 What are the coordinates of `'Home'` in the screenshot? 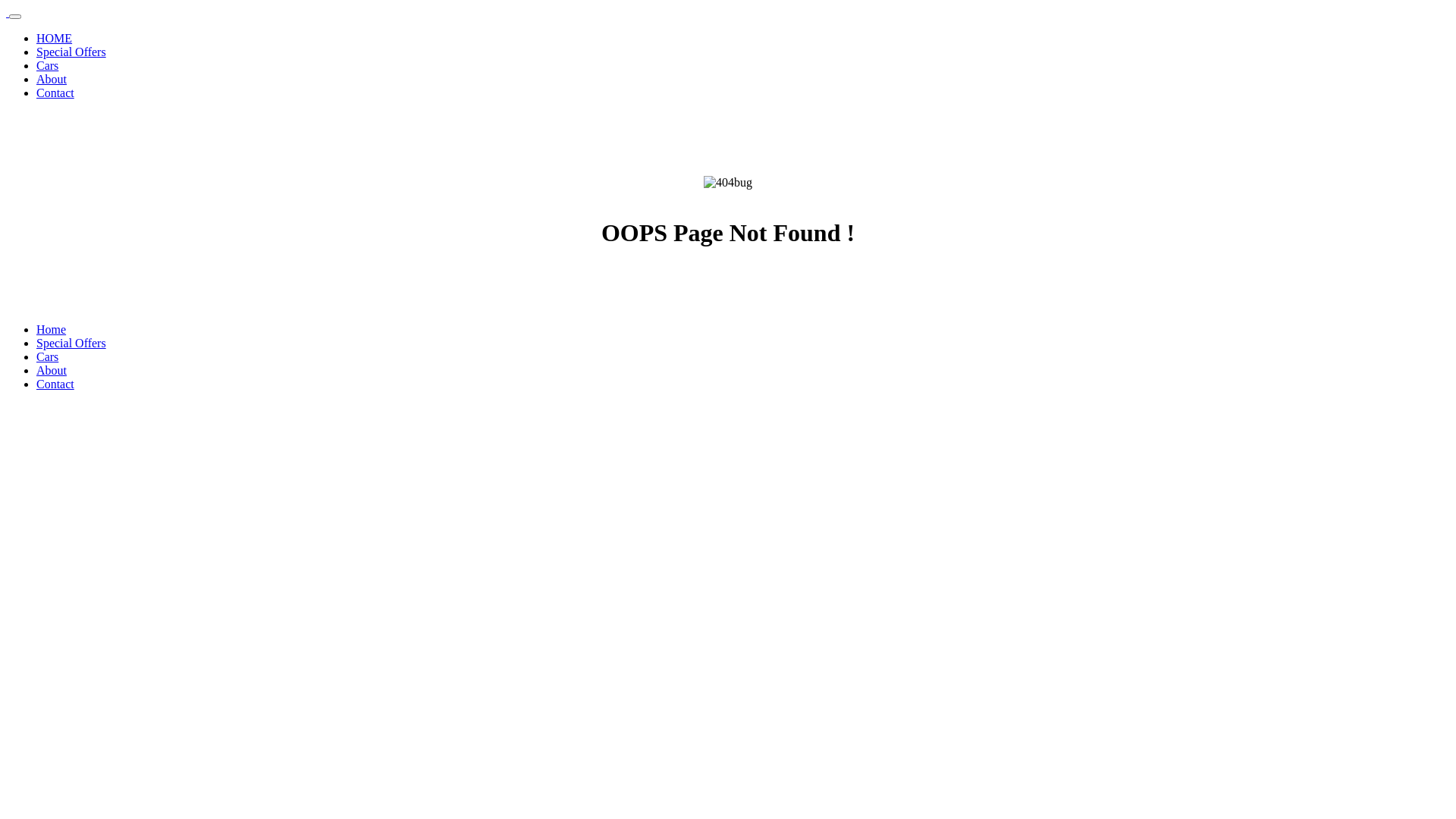 It's located at (51, 328).